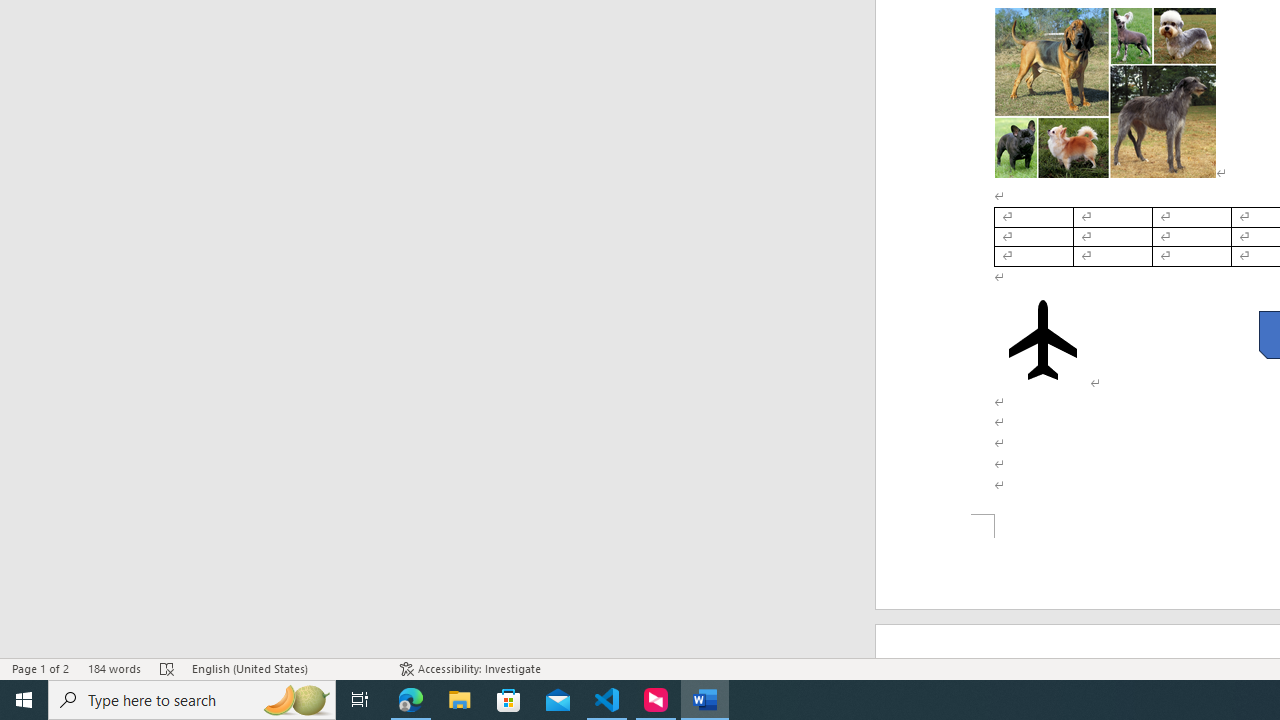 The height and width of the screenshot is (720, 1280). Describe the element at coordinates (1041, 339) in the screenshot. I see `'Airplane with solid fill'` at that location.